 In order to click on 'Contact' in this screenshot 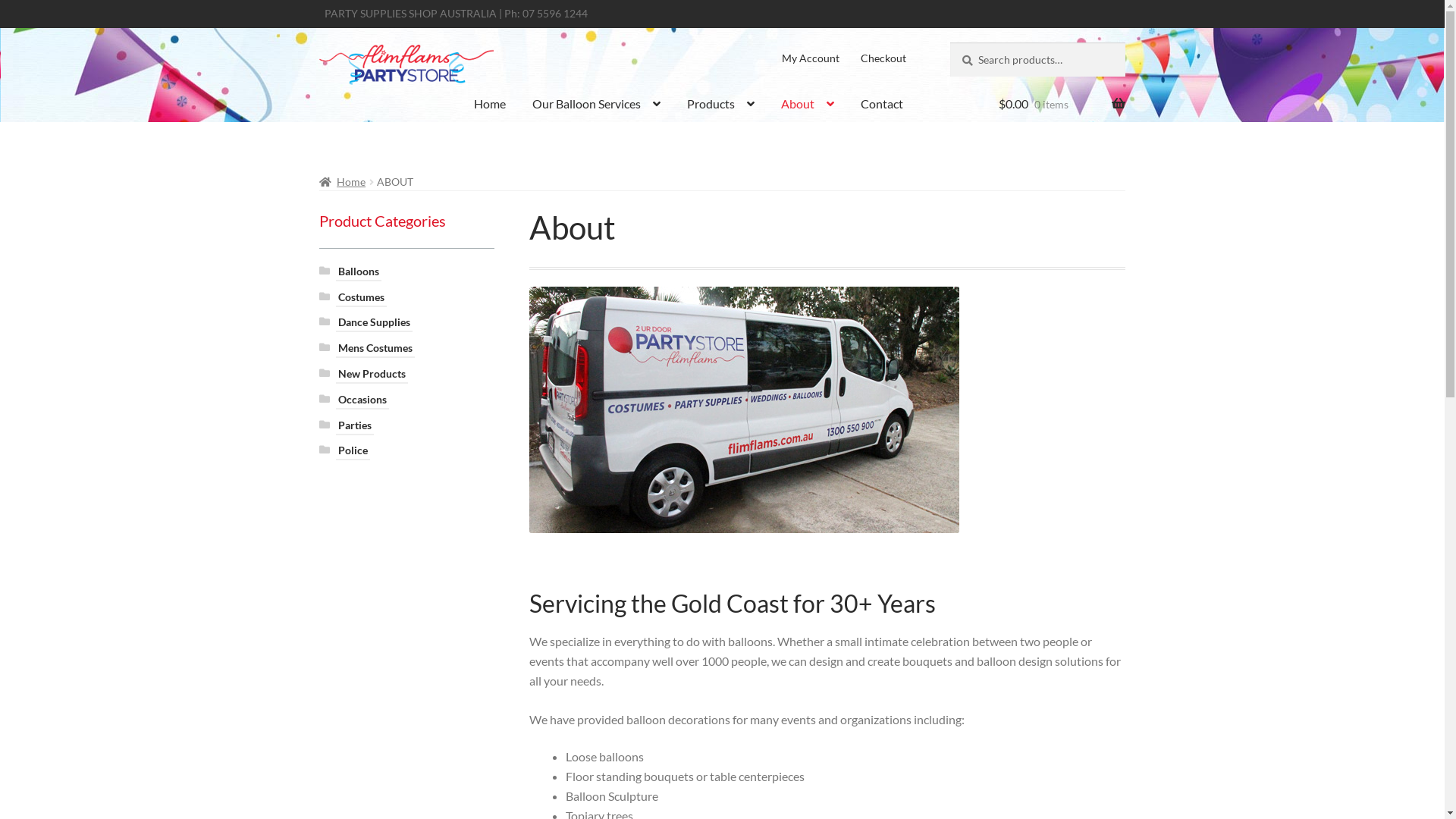, I will do `click(881, 107)`.